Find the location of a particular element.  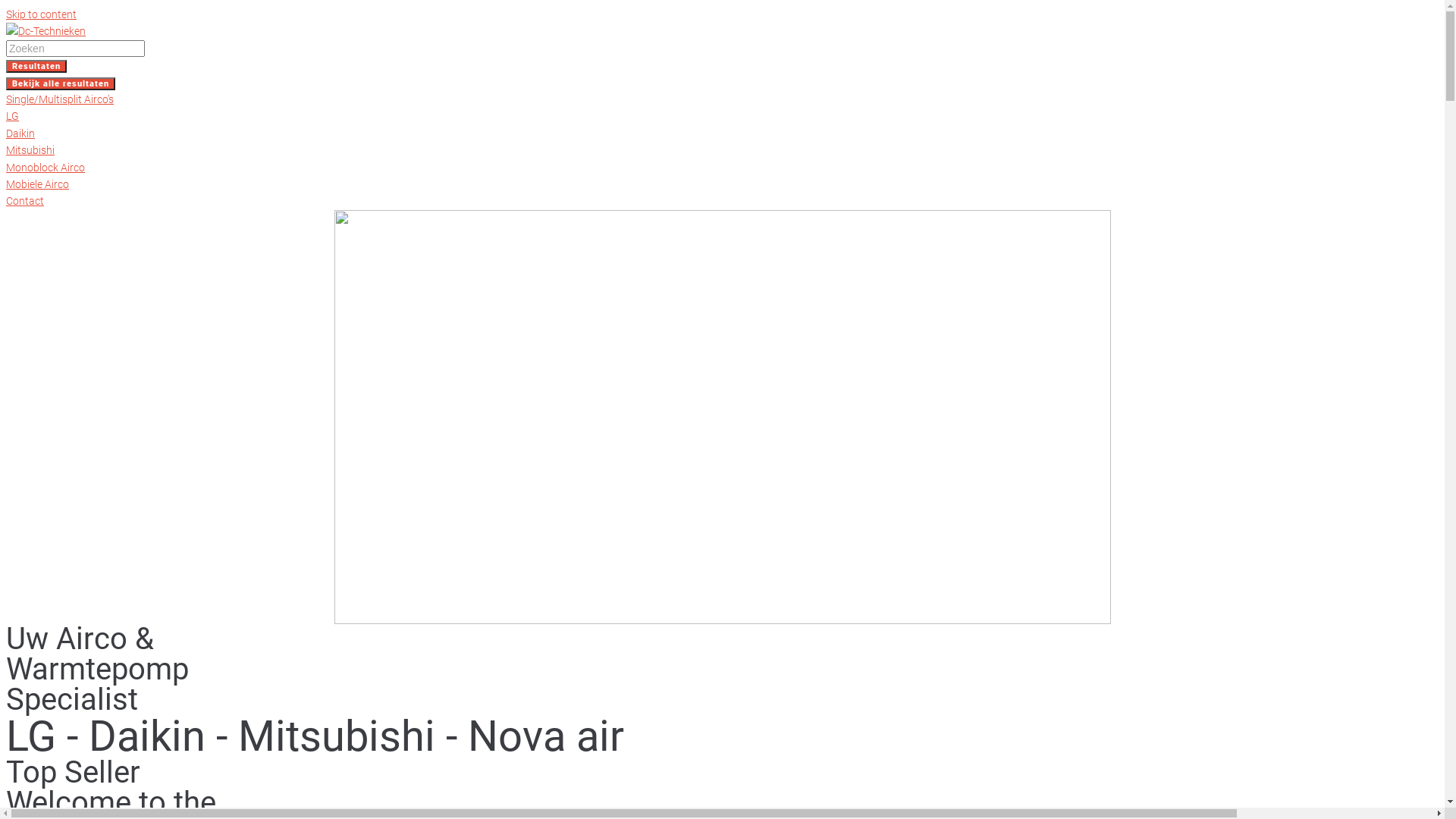

'Contact' is located at coordinates (25, 200).